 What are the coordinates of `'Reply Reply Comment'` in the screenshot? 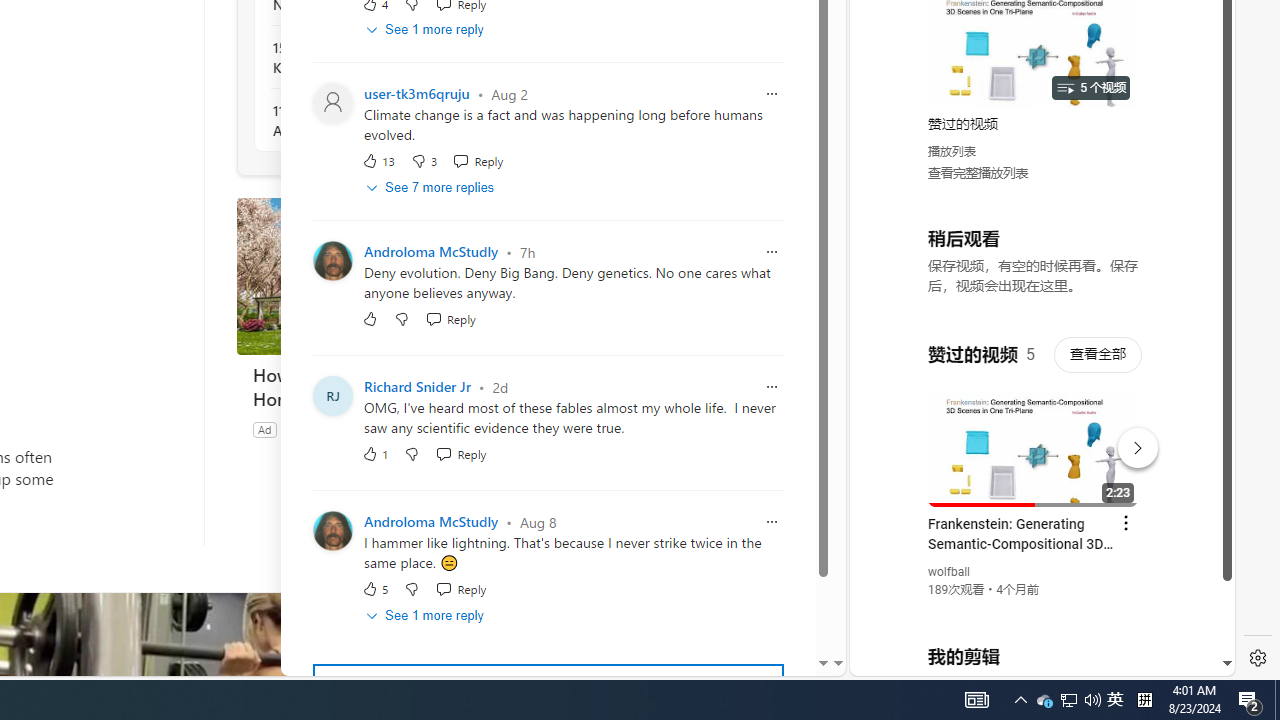 It's located at (460, 588).